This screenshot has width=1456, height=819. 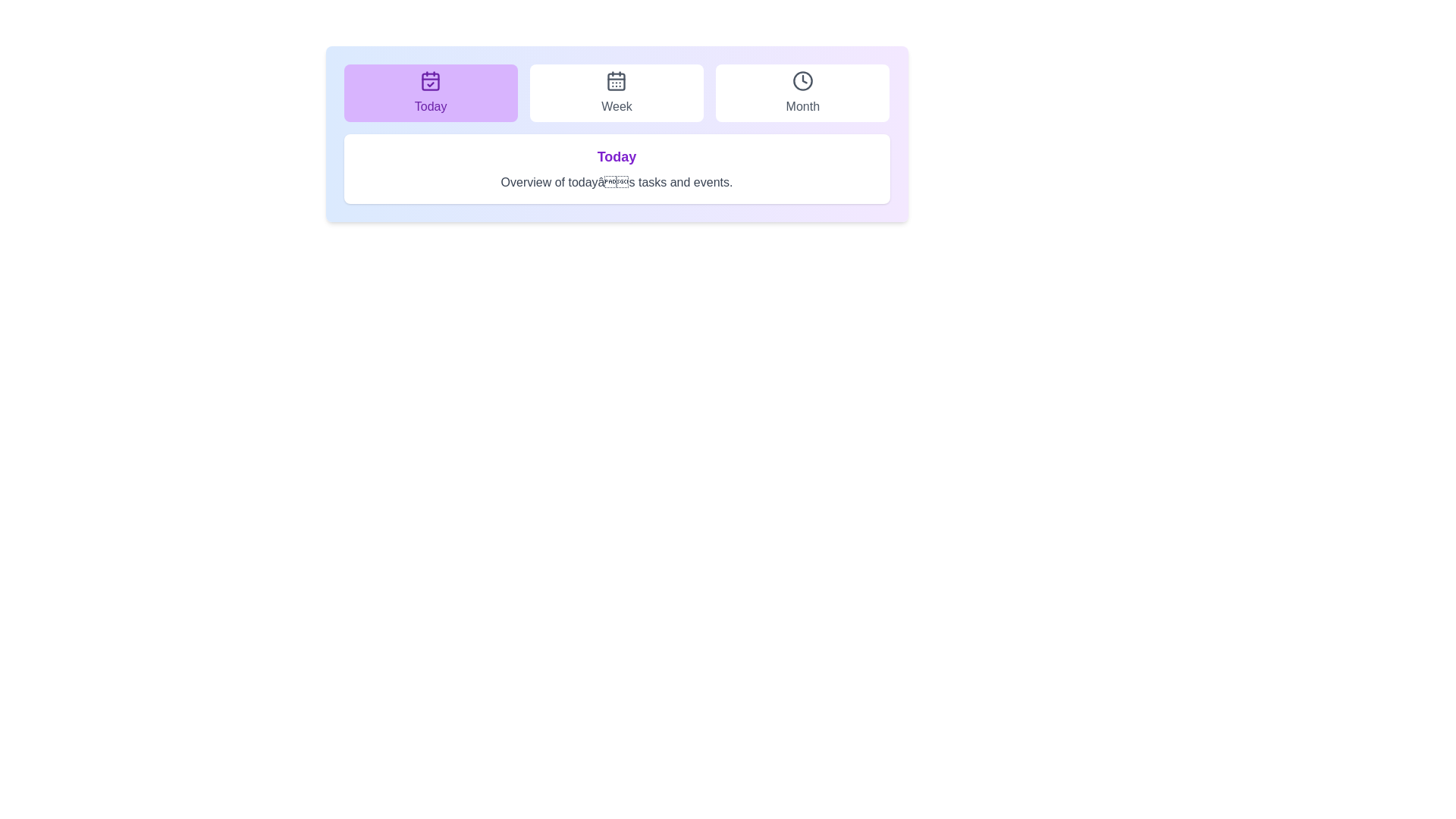 I want to click on the tab labeled Week to view its associated text, so click(x=616, y=93).